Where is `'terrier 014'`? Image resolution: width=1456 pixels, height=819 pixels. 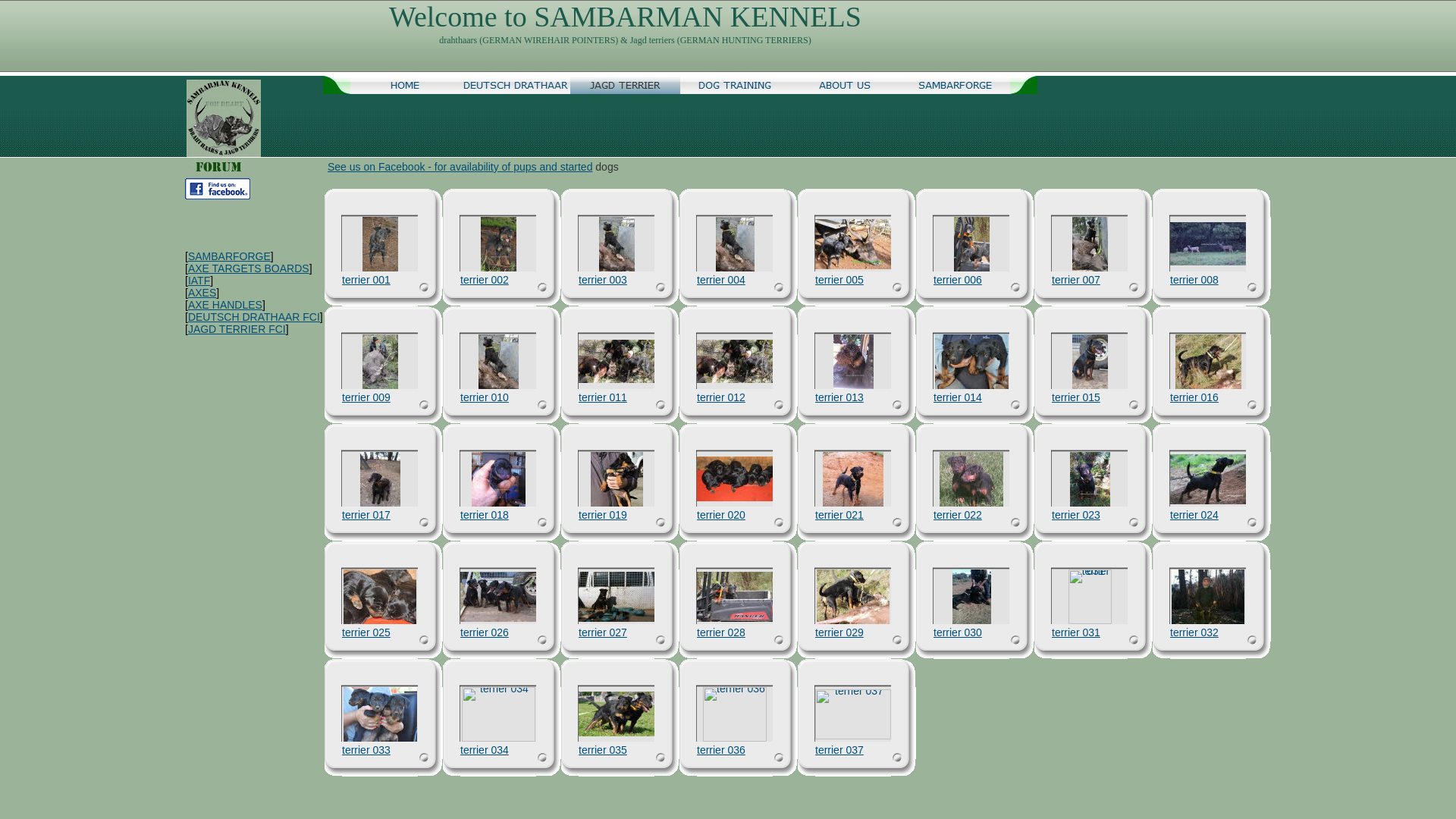
'terrier 014' is located at coordinates (971, 362).